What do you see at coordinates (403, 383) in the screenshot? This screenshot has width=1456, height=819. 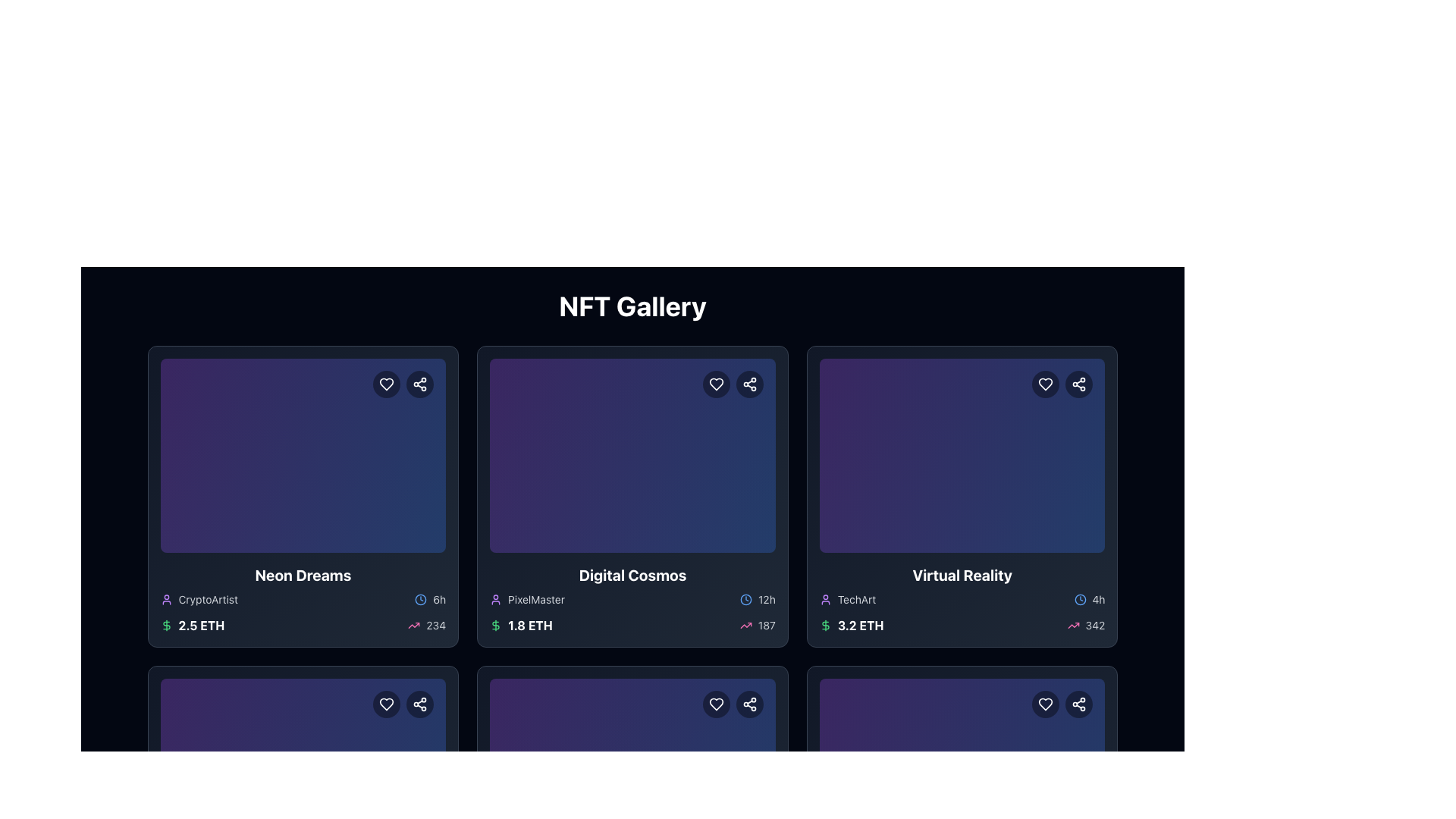 I see `the share button located in the top-right corner of the 'Neon Dreams' card, which is the second button in a row of two circular buttons` at bounding box center [403, 383].